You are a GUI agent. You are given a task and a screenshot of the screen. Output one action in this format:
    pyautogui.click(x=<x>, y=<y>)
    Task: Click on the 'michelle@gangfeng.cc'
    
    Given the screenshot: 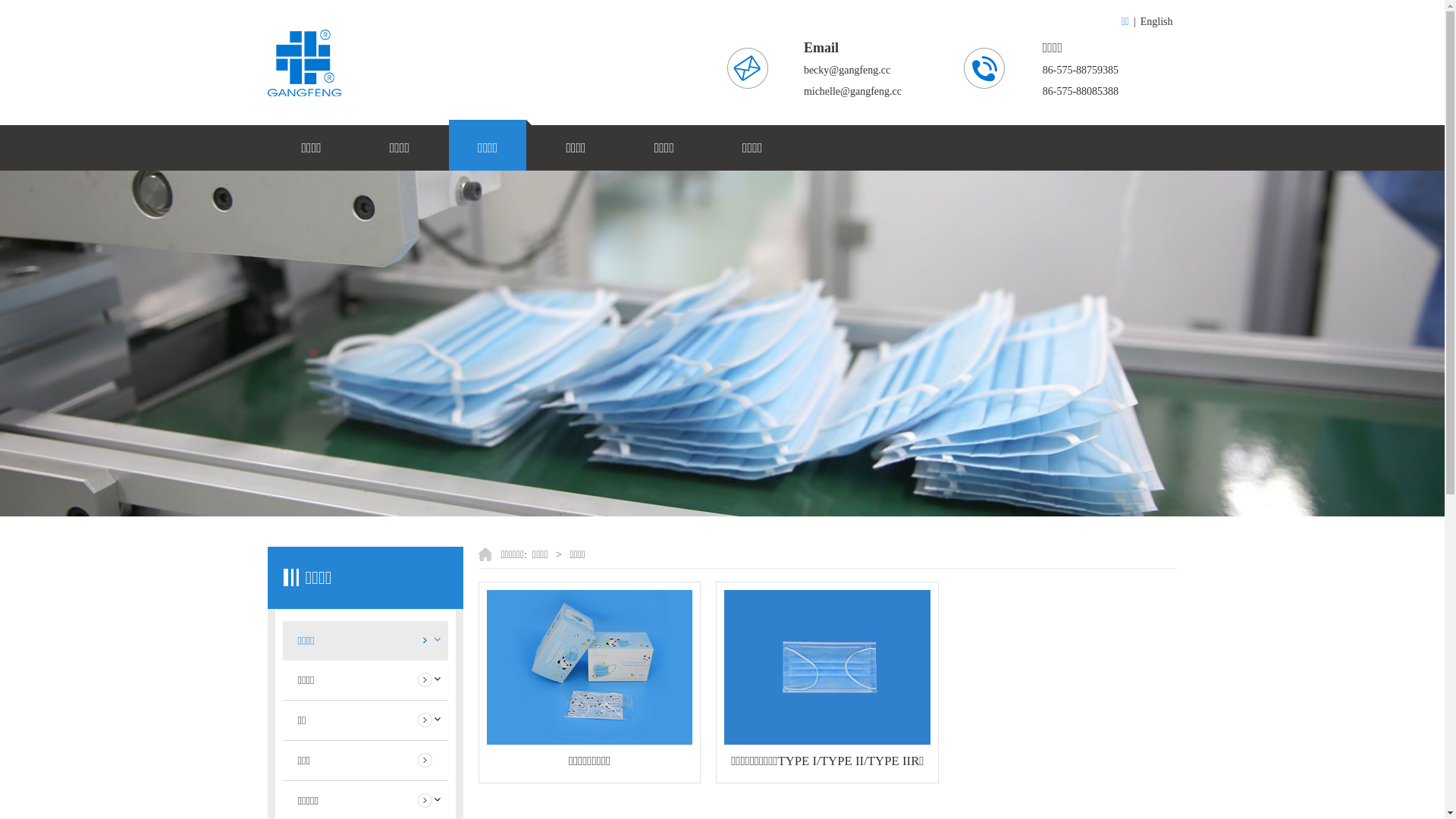 What is the action you would take?
    pyautogui.click(x=803, y=91)
    